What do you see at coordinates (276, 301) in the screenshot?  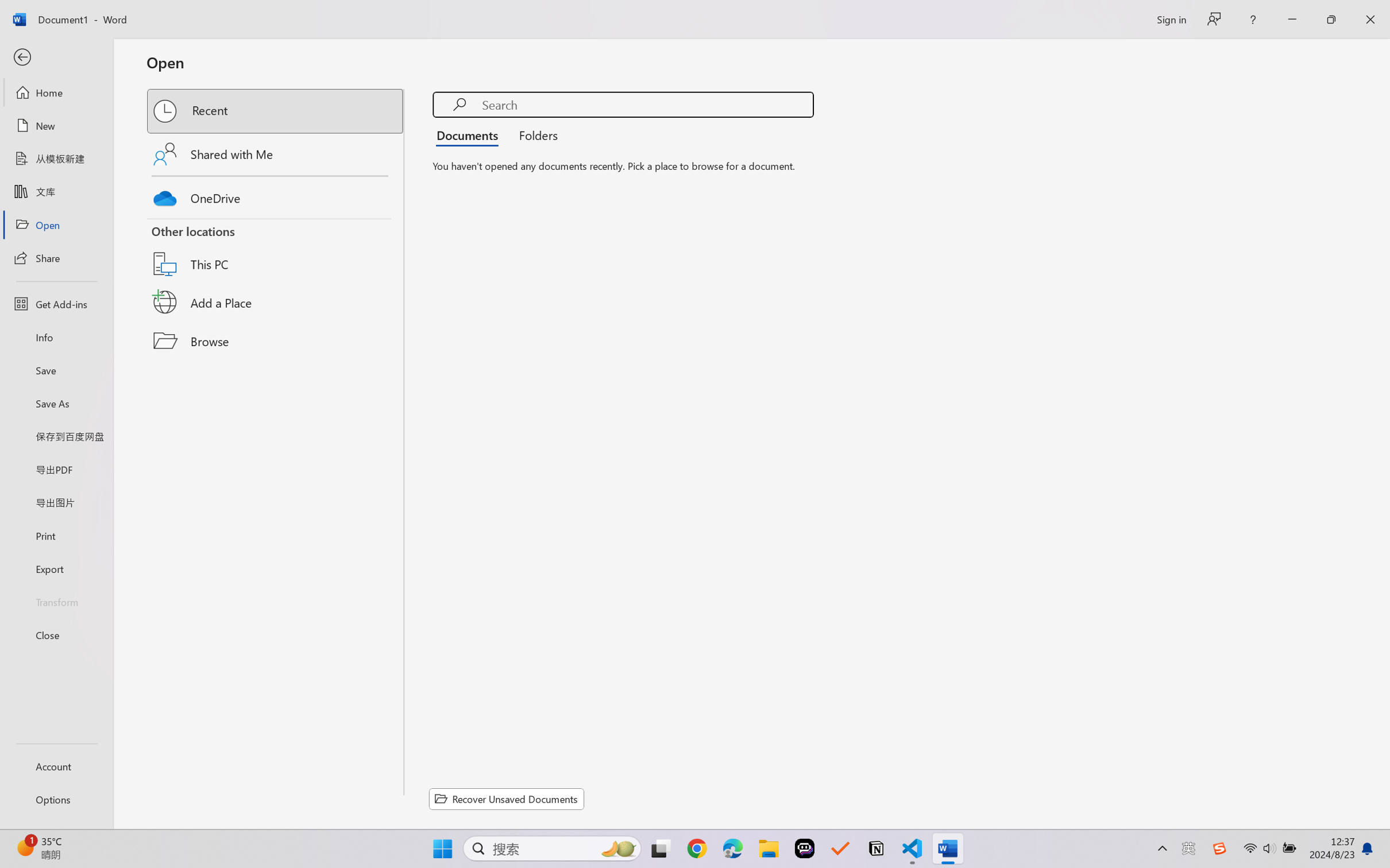 I see `'Add a Place'` at bounding box center [276, 301].